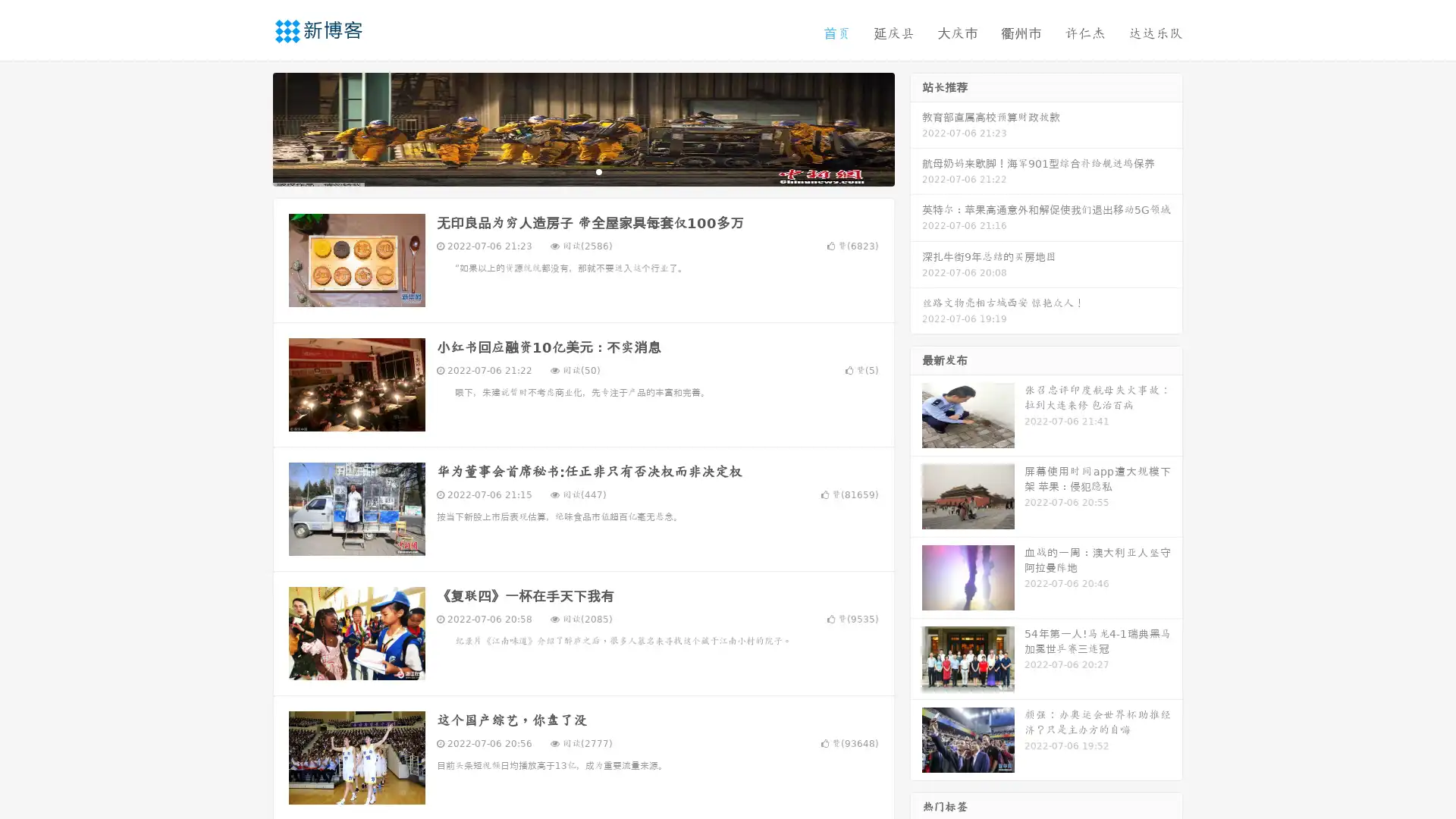 This screenshot has height=819, width=1456. What do you see at coordinates (567, 171) in the screenshot?
I see `Go to slide 1` at bounding box center [567, 171].